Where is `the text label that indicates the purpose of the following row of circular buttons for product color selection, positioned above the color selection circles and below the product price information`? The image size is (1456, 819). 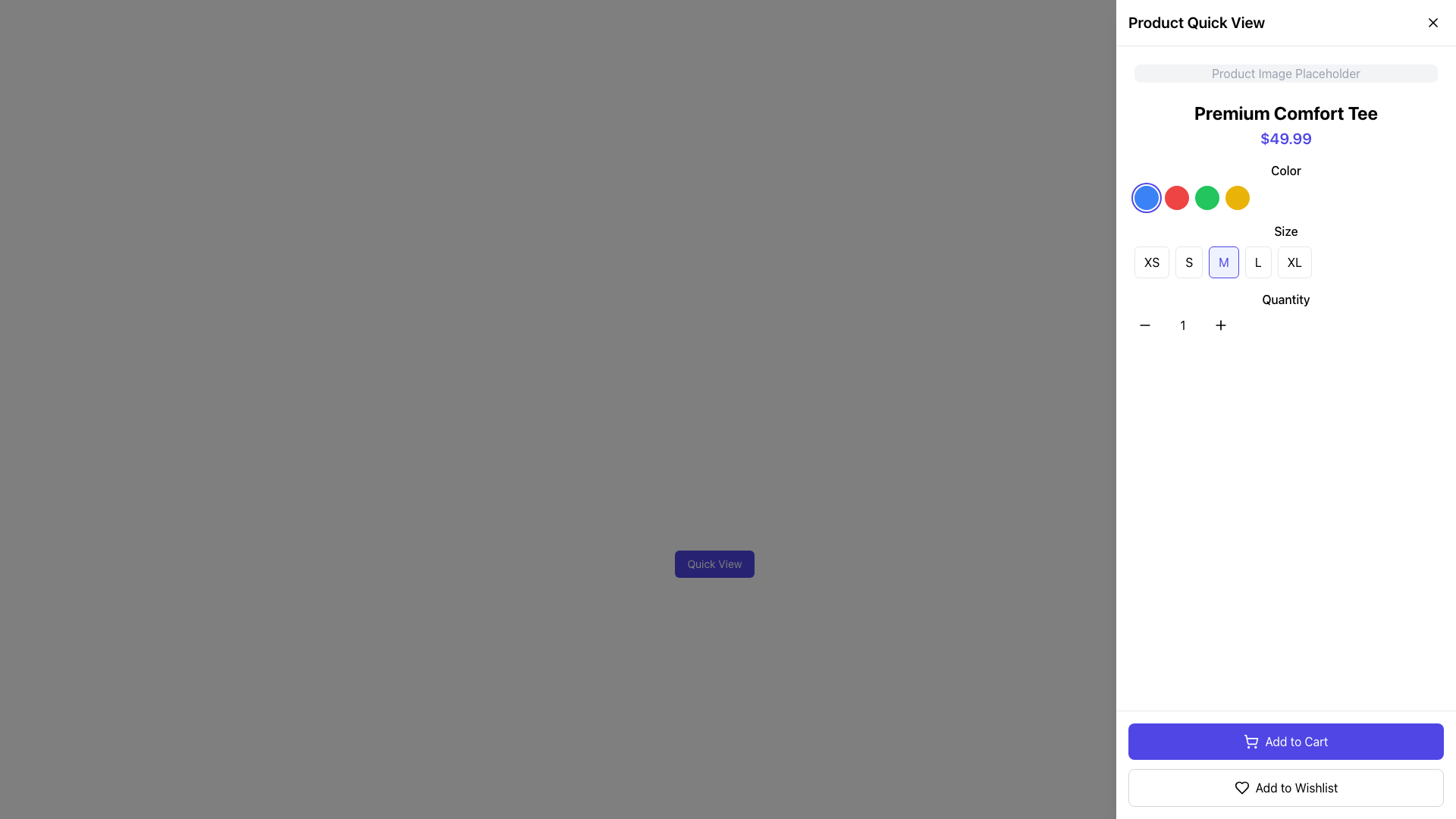
the text label that indicates the purpose of the following row of circular buttons for product color selection, positioned above the color selection circles and below the product price information is located at coordinates (1285, 170).